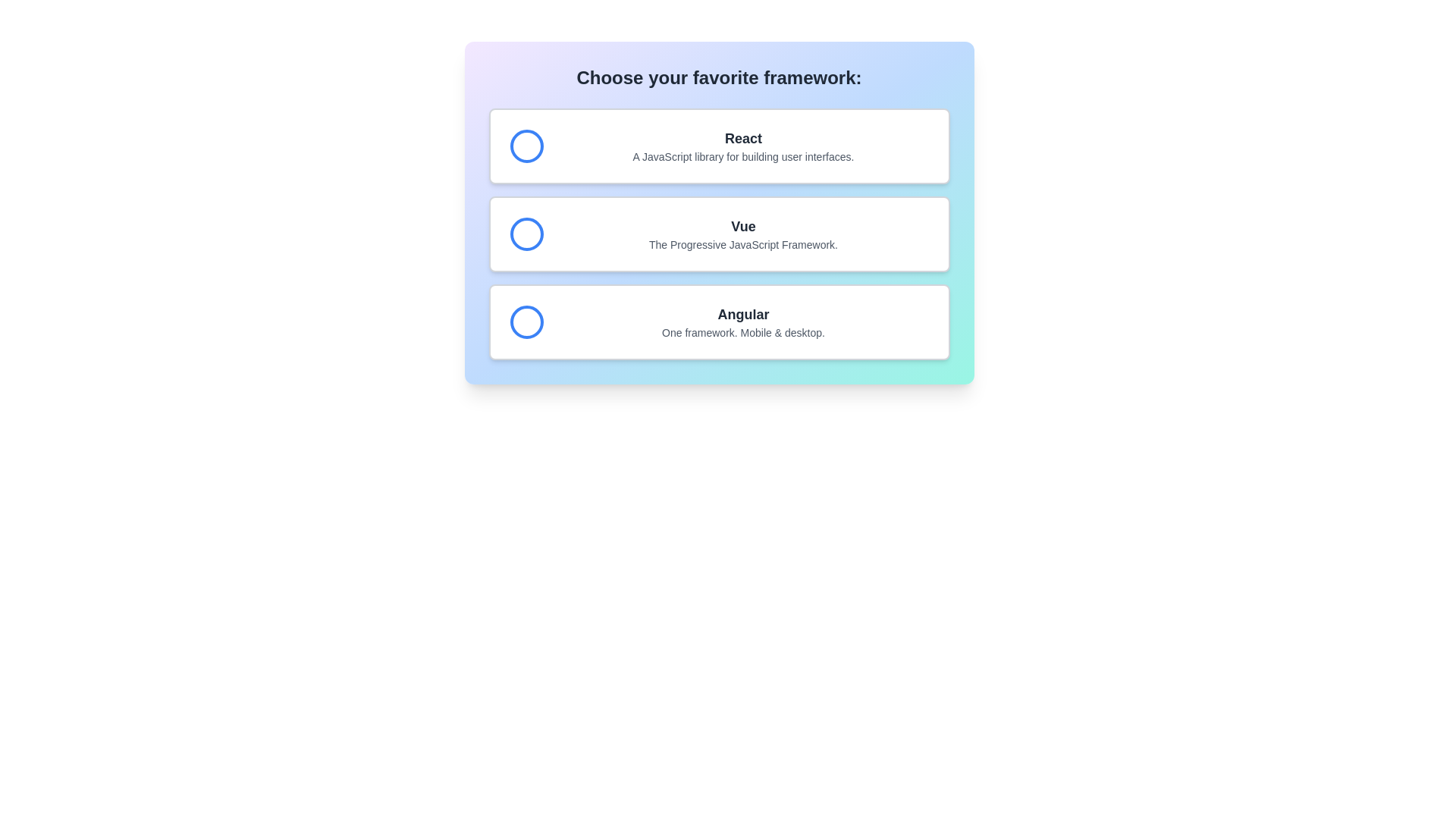 This screenshot has width=1456, height=819. Describe the element at coordinates (718, 321) in the screenshot. I see `the third clickable card option in the list to observe the hover effects, which represents the selection for 'Angular'` at that location.